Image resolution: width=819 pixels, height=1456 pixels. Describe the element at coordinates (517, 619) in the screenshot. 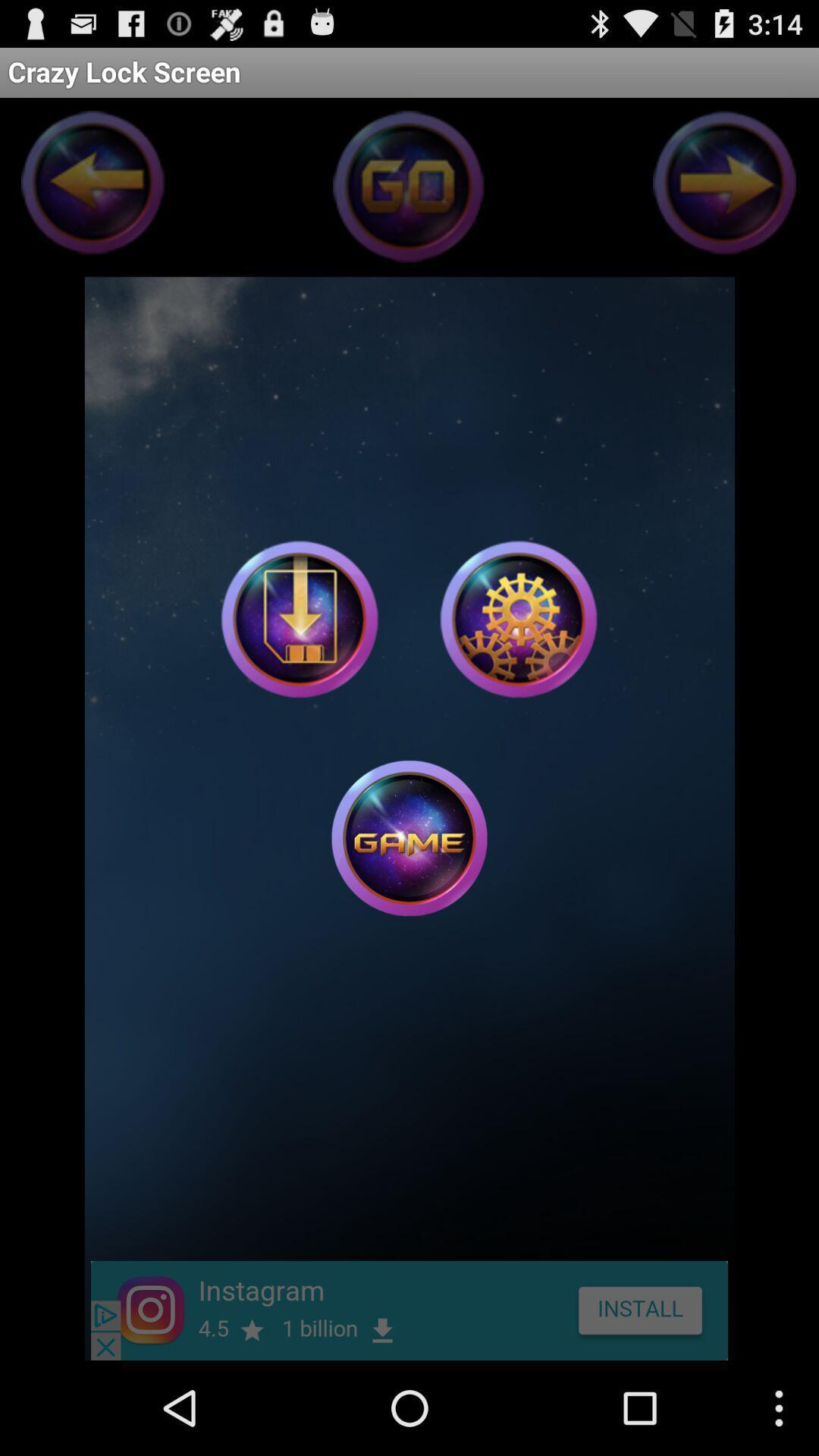

I see `open settings menu` at that location.